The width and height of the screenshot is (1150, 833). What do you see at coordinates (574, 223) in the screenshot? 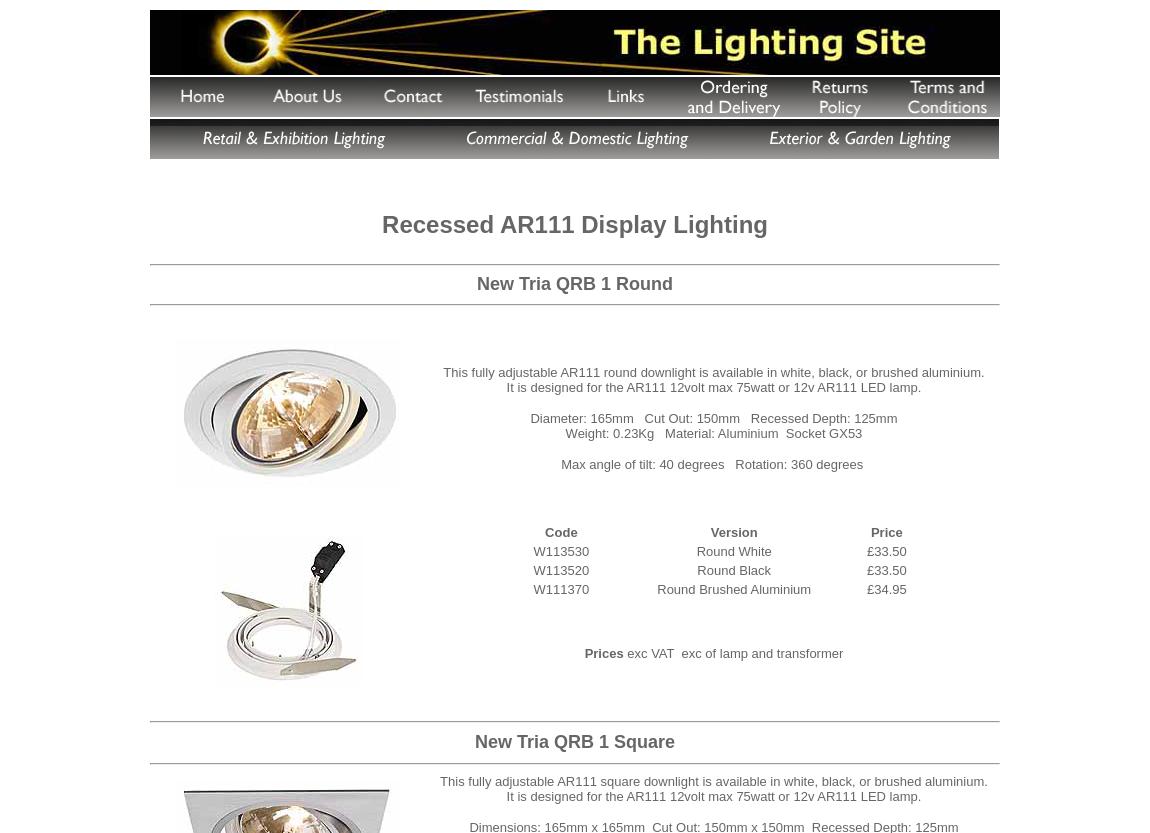
I see `'Recessed 
    AR111 Display Lighting'` at bounding box center [574, 223].